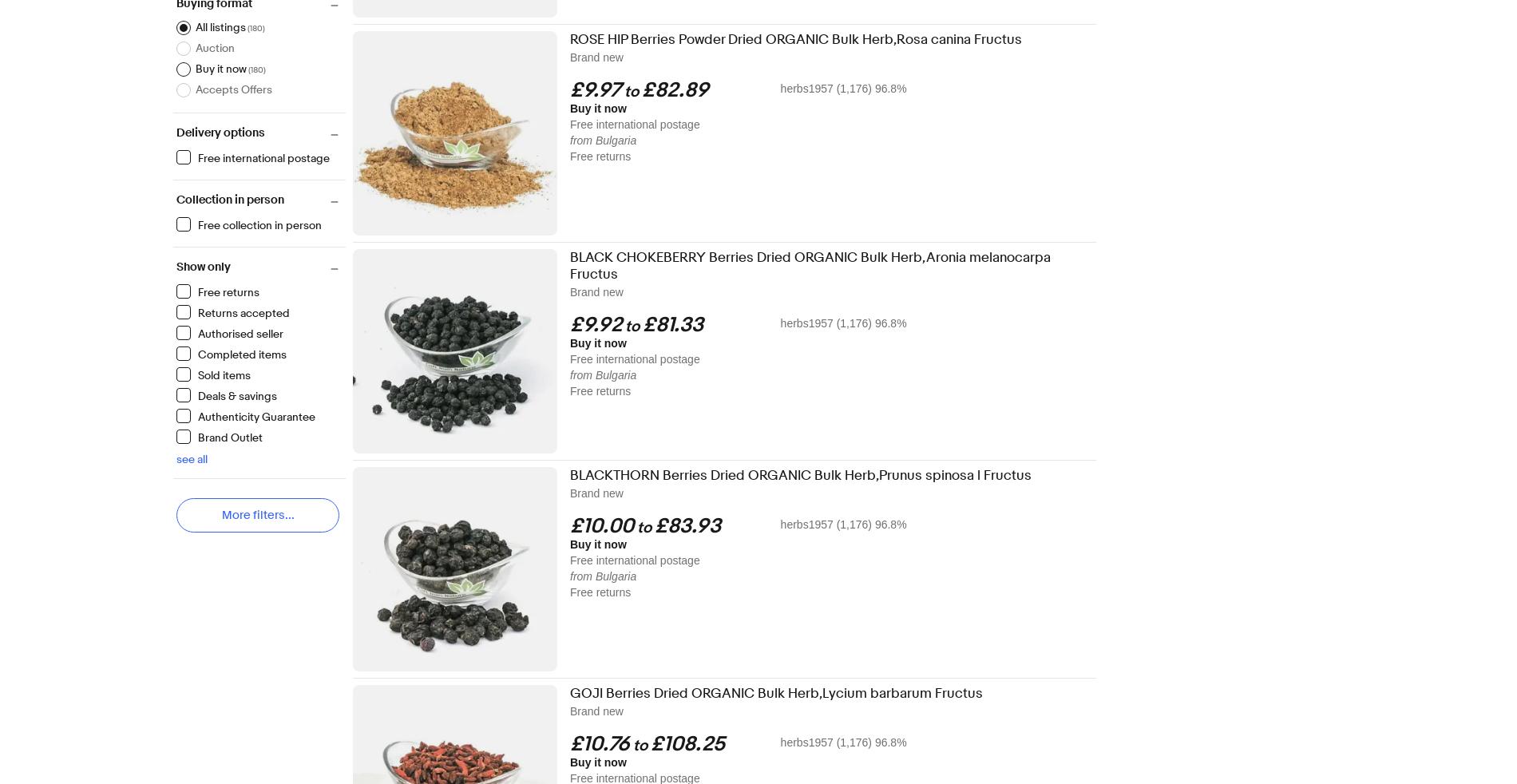  What do you see at coordinates (229, 200) in the screenshot?
I see `'Collection in person'` at bounding box center [229, 200].